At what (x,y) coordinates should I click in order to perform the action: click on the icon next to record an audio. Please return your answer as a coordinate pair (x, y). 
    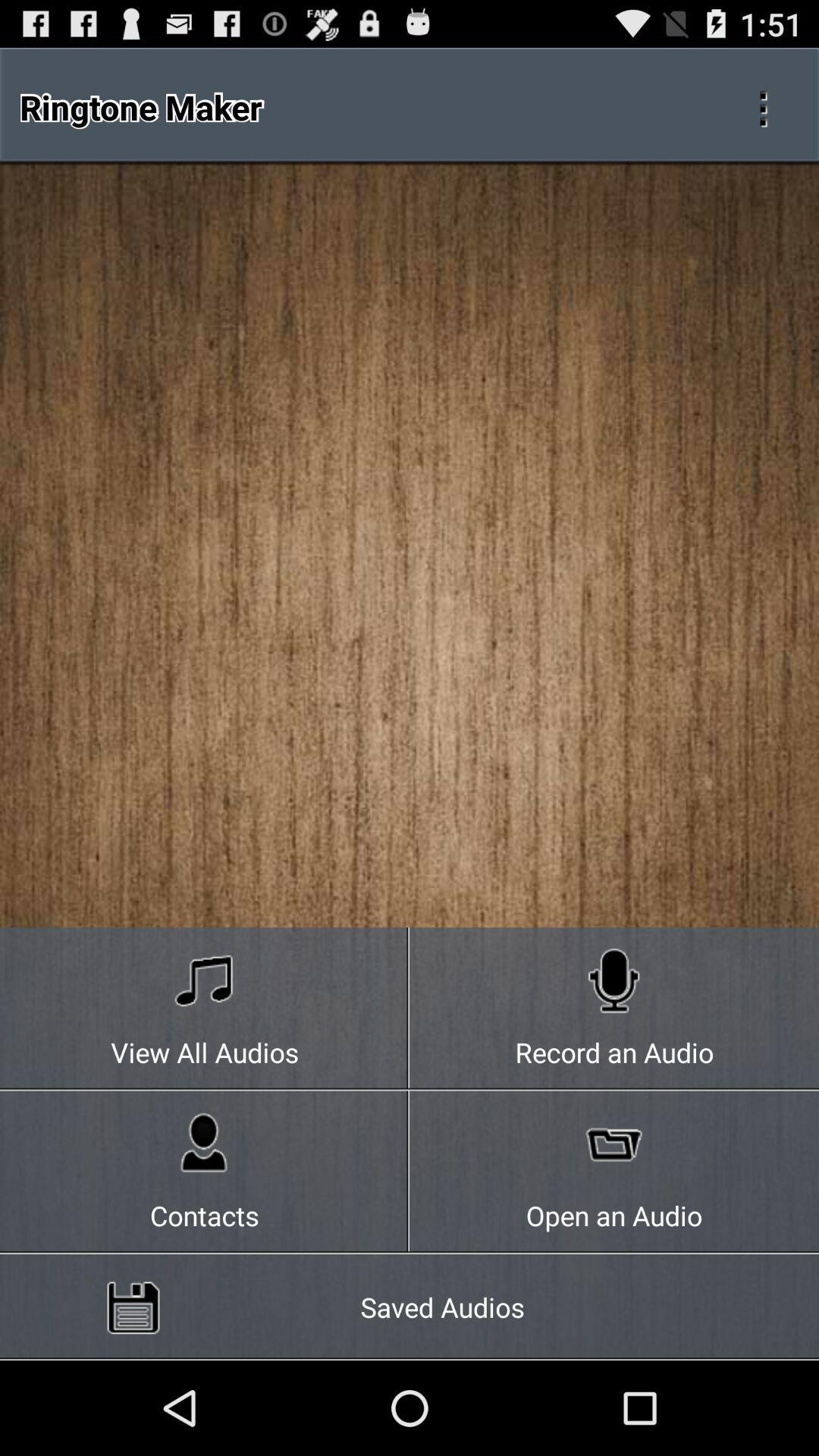
    Looking at the image, I should click on (205, 1009).